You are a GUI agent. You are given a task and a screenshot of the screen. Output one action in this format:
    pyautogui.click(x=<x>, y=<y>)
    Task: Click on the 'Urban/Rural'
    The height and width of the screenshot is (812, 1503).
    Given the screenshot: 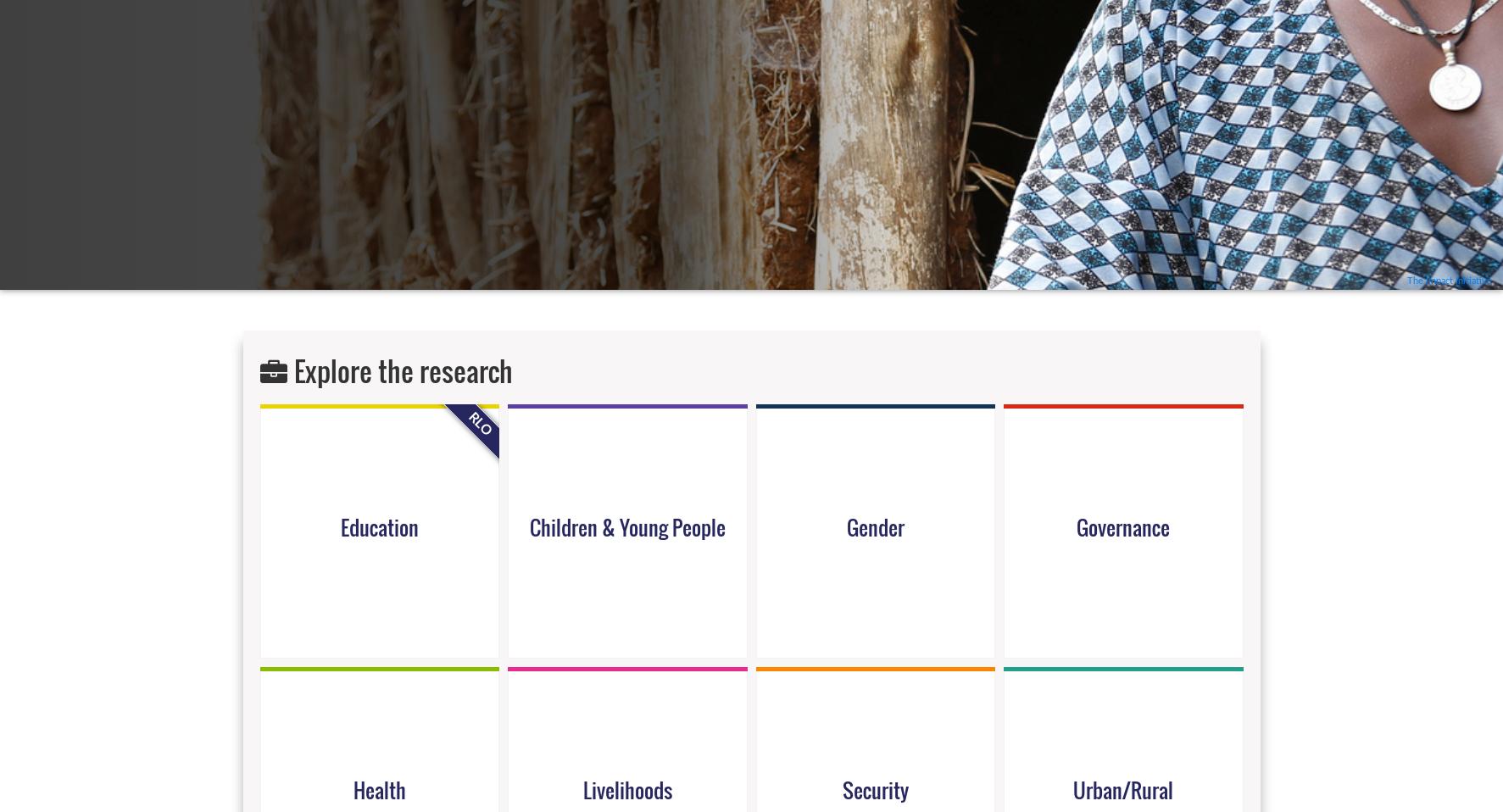 What is the action you would take?
    pyautogui.click(x=1122, y=788)
    